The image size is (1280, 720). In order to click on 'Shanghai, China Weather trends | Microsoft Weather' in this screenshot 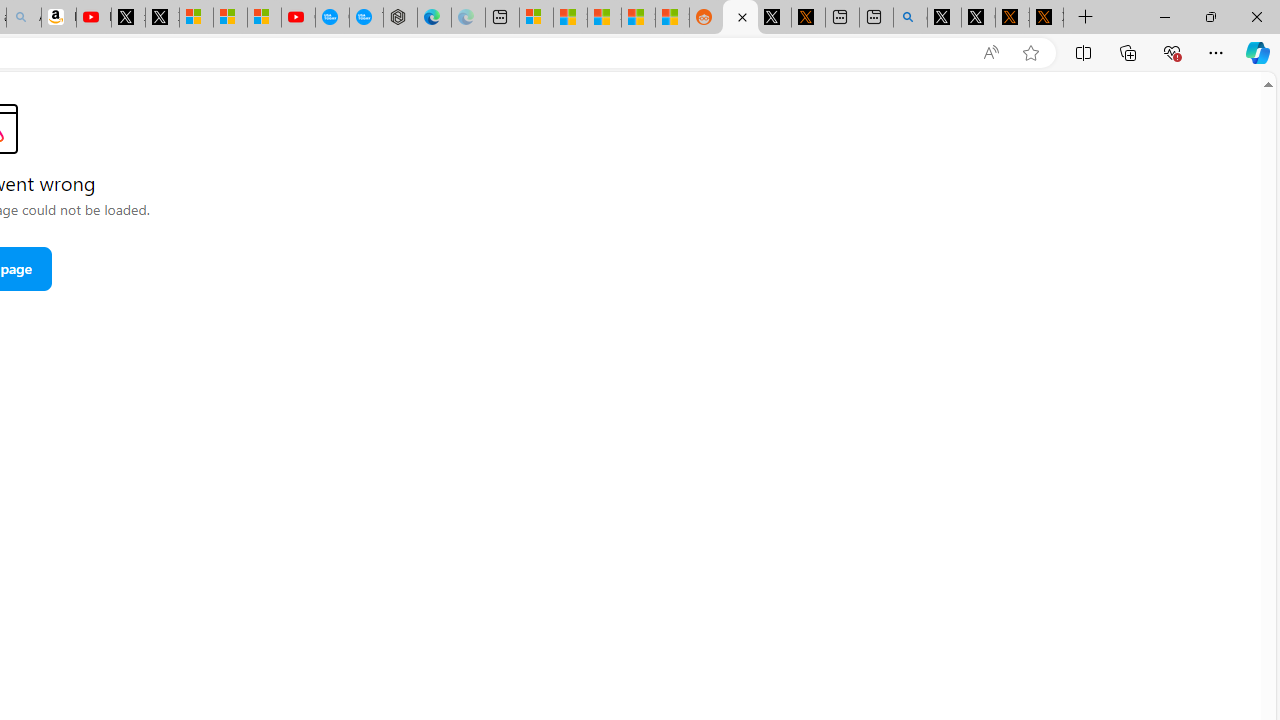, I will do `click(672, 17)`.